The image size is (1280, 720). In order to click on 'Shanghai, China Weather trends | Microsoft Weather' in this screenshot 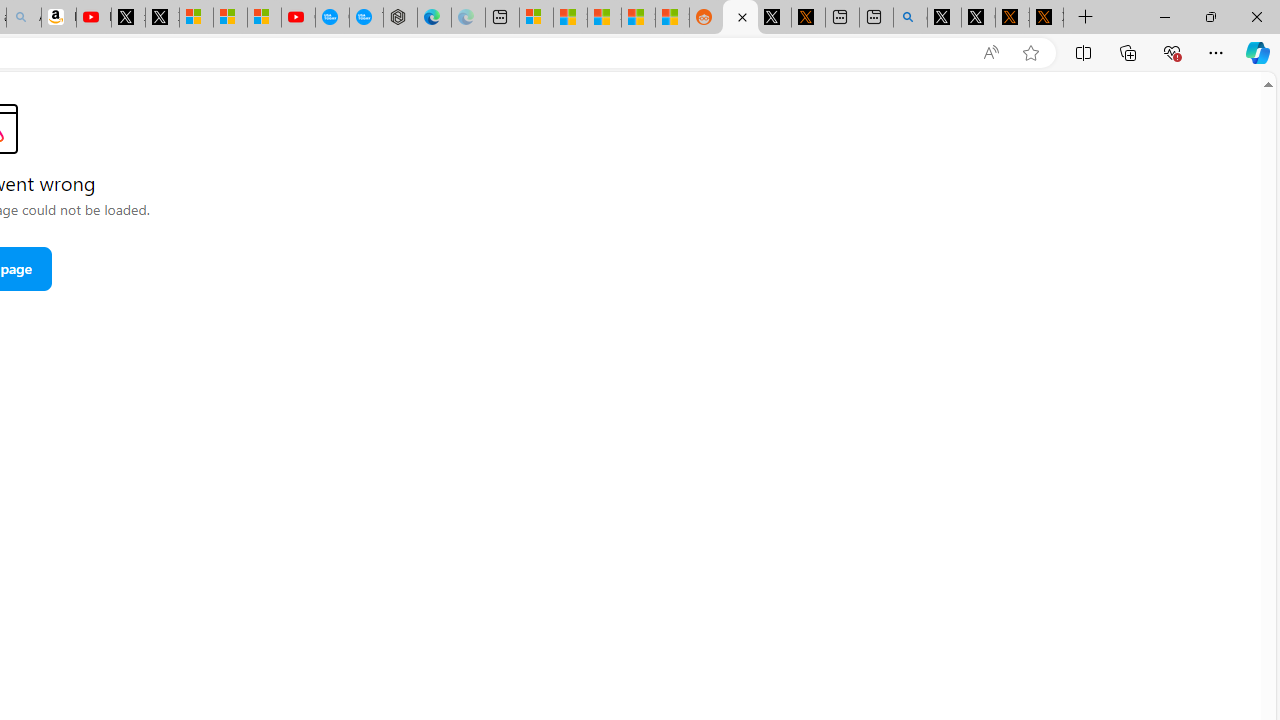, I will do `click(672, 17)`.